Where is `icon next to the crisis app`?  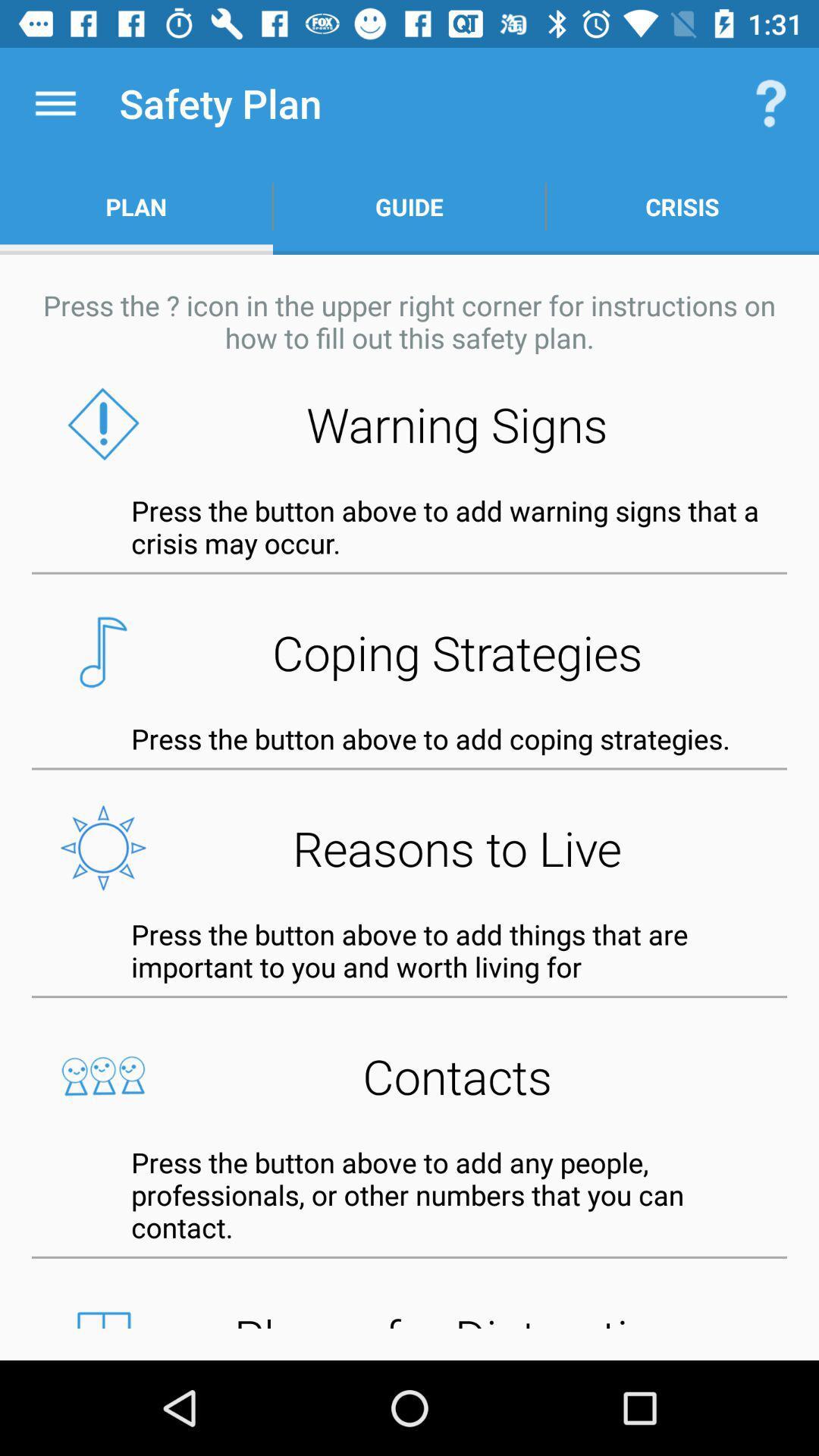
icon next to the crisis app is located at coordinates (409, 206).